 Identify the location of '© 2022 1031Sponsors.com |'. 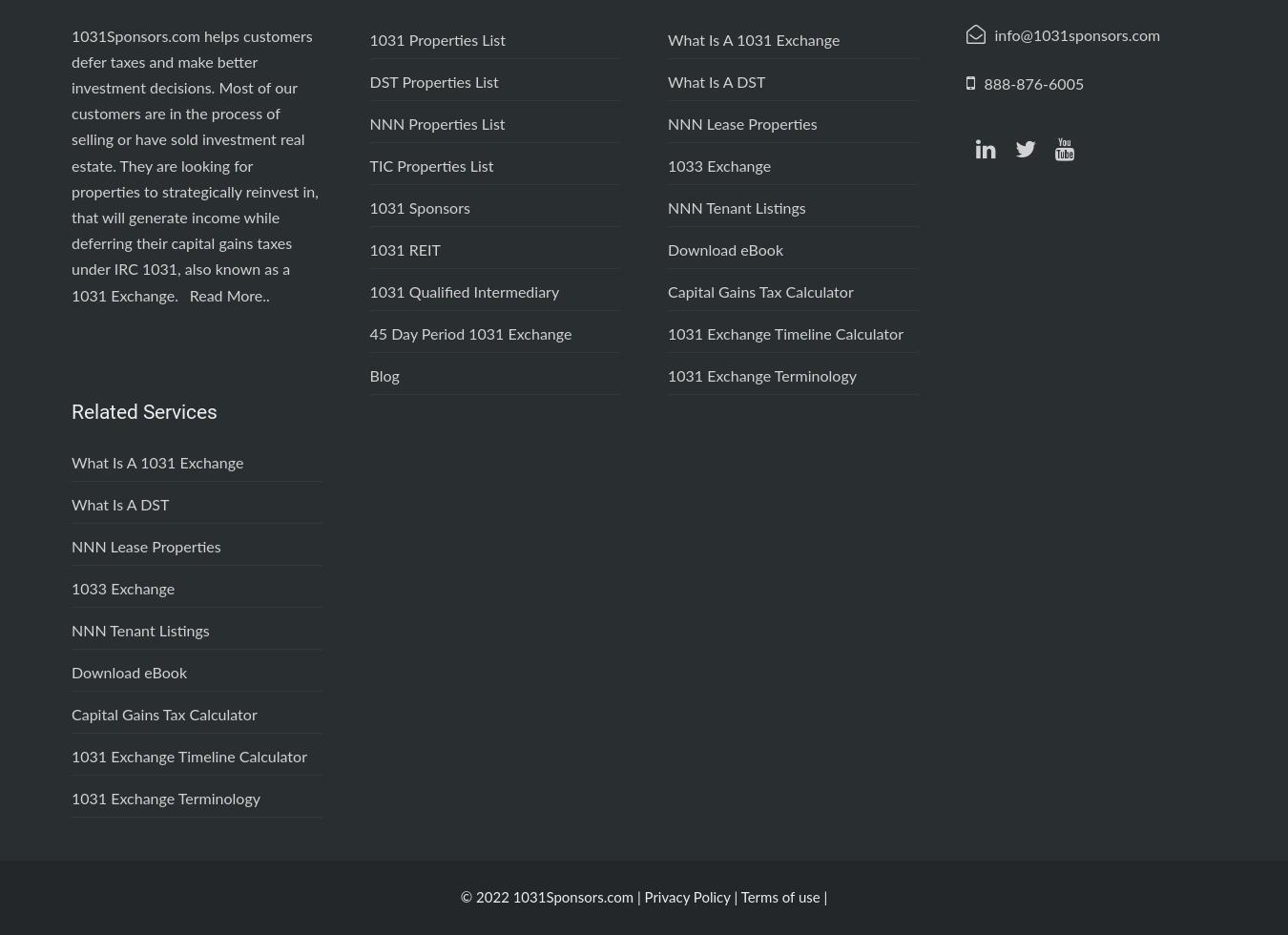
(458, 898).